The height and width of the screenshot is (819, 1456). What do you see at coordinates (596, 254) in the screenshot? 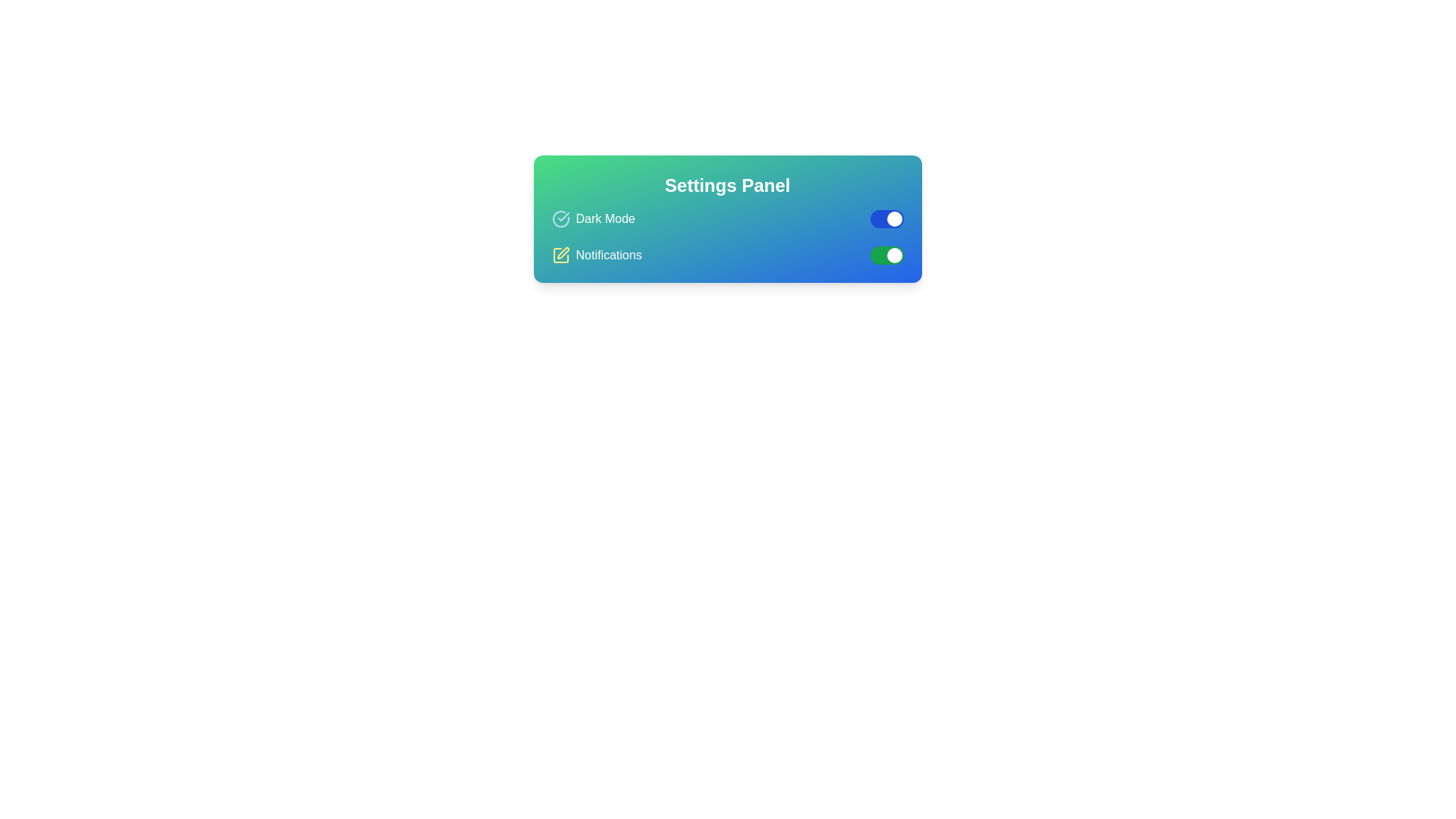
I see `the 'Notifications' label with a pen icon, which is positioned below the 'Dark Mode' toggle in the settings panel` at bounding box center [596, 254].